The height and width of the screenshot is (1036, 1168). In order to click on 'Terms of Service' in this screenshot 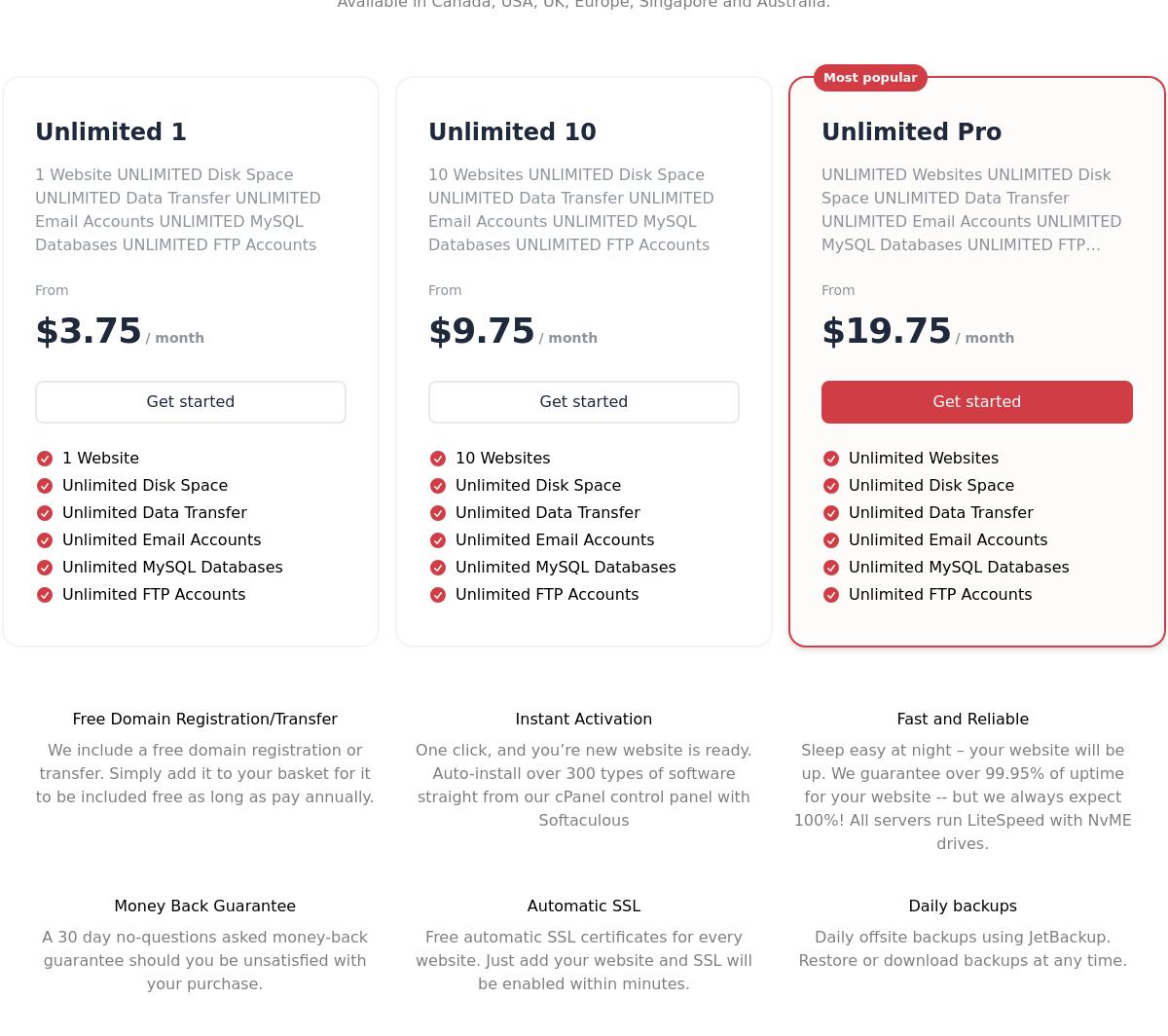, I will do `click(599, 394)`.